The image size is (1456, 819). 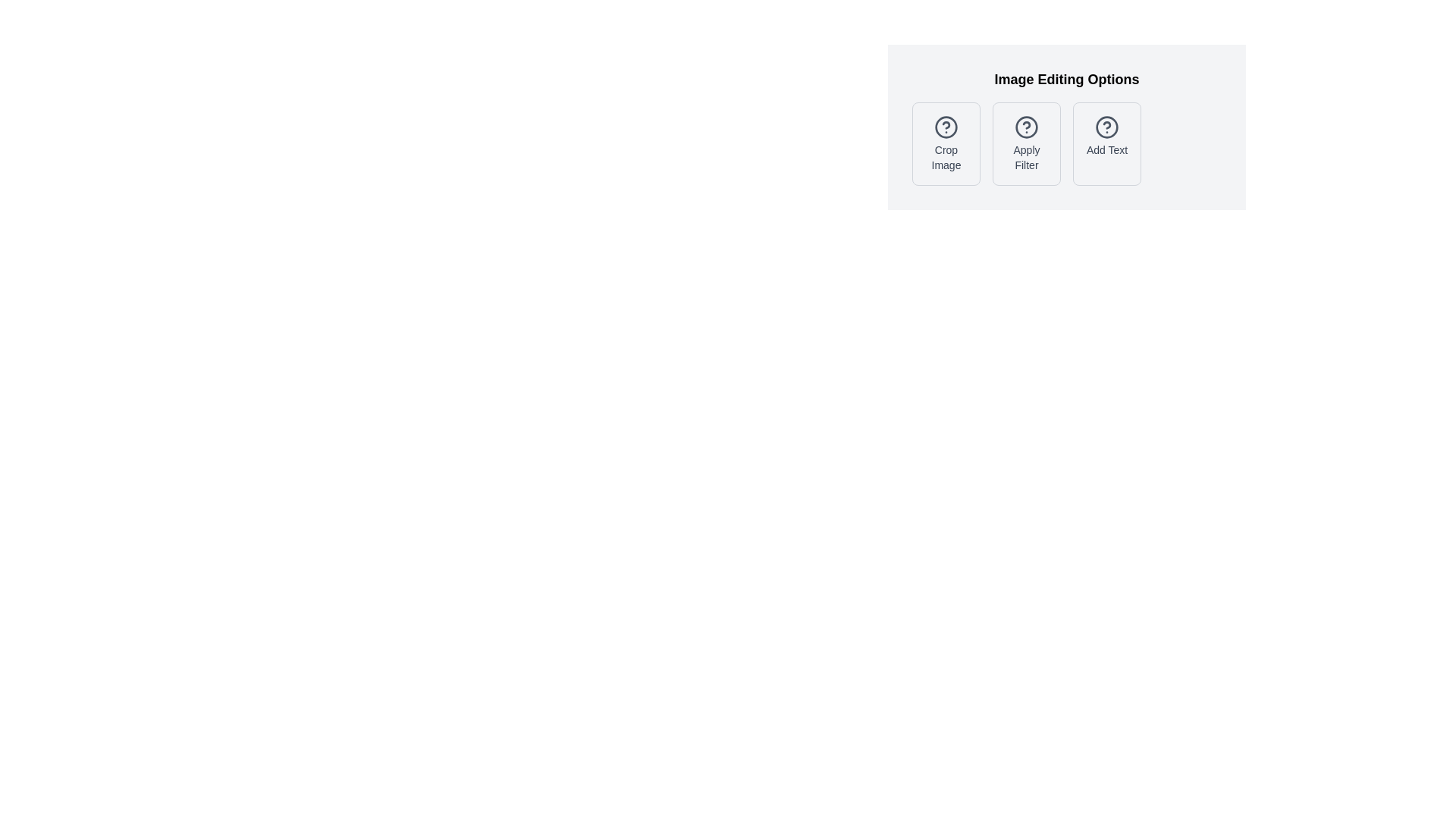 What do you see at coordinates (1026, 127) in the screenshot?
I see `the circular outline element of the question mark styled icon located centrally in the 'Image Editing Options' group` at bounding box center [1026, 127].